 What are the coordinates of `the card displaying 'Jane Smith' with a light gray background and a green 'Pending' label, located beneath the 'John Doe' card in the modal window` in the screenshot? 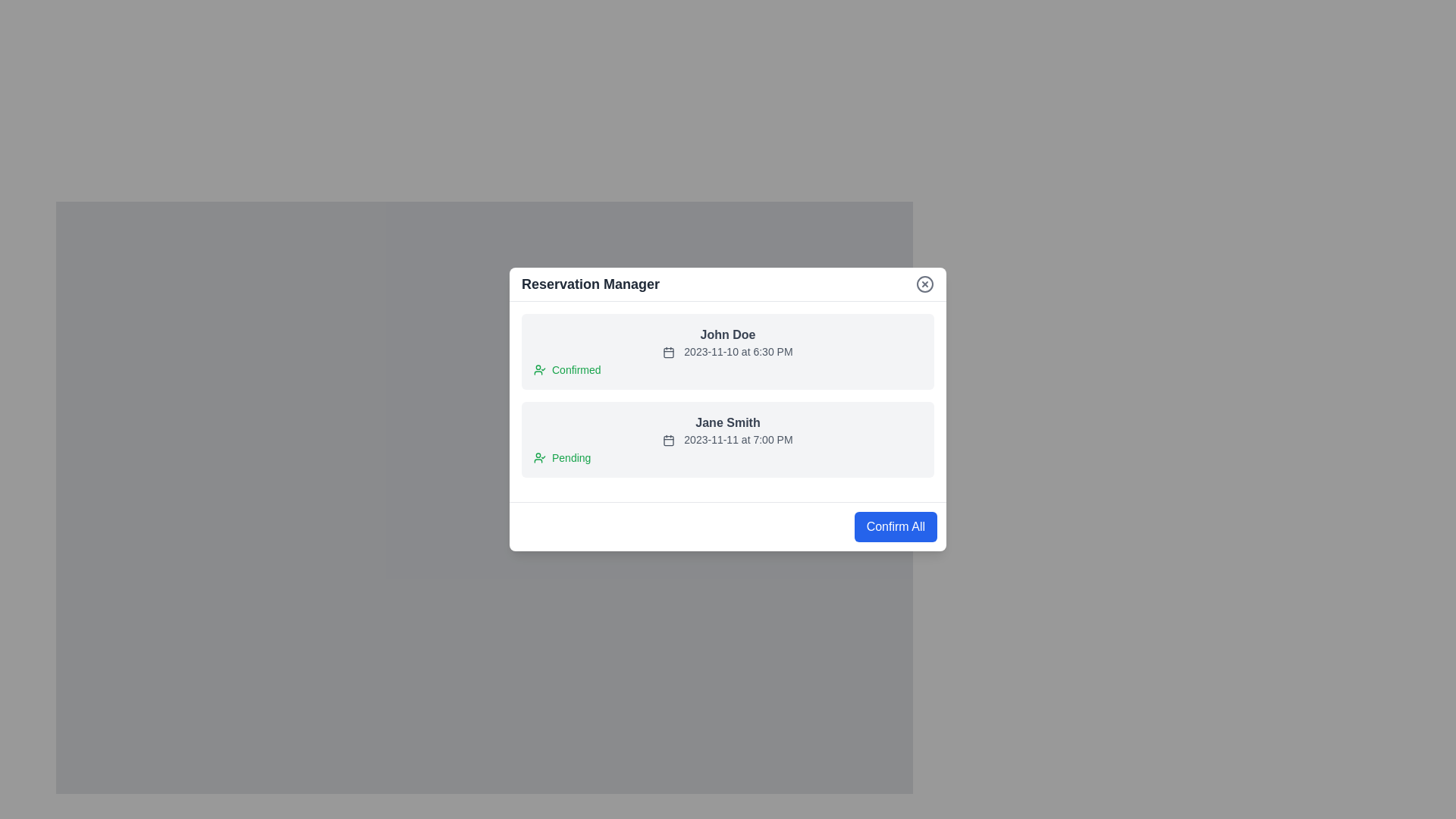 It's located at (728, 439).